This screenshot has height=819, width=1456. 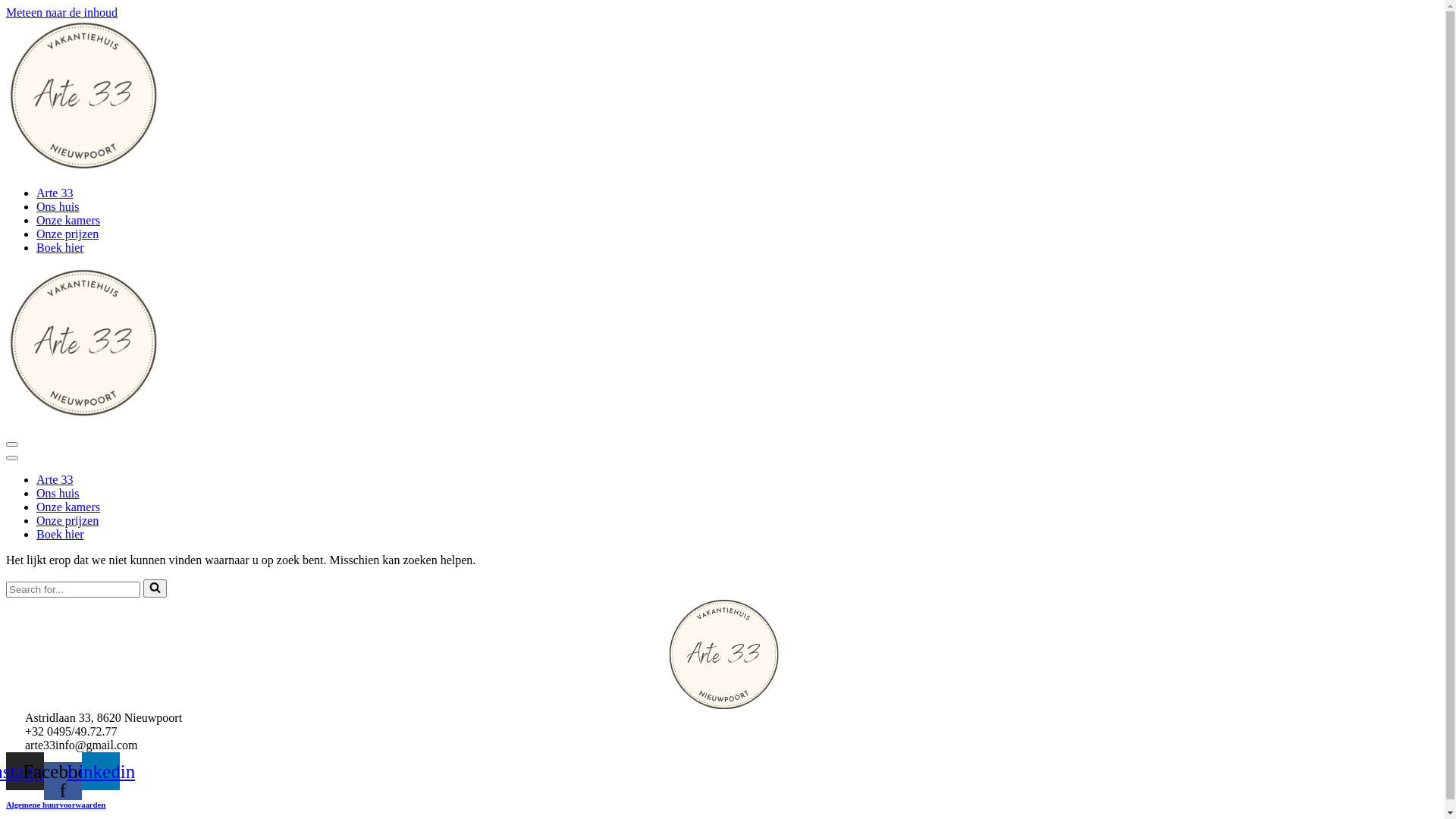 I want to click on 'Ons huis', so click(x=58, y=206).